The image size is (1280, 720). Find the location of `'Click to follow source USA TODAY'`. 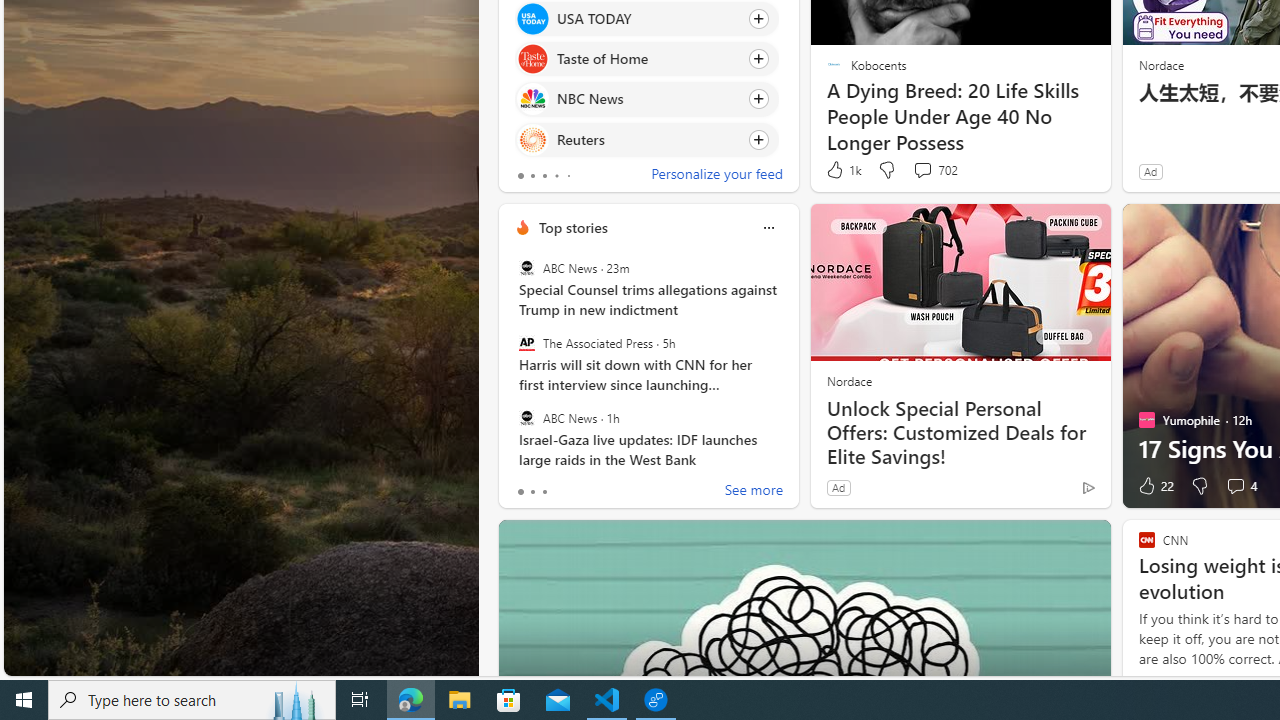

'Click to follow source USA TODAY' is located at coordinates (647, 18).